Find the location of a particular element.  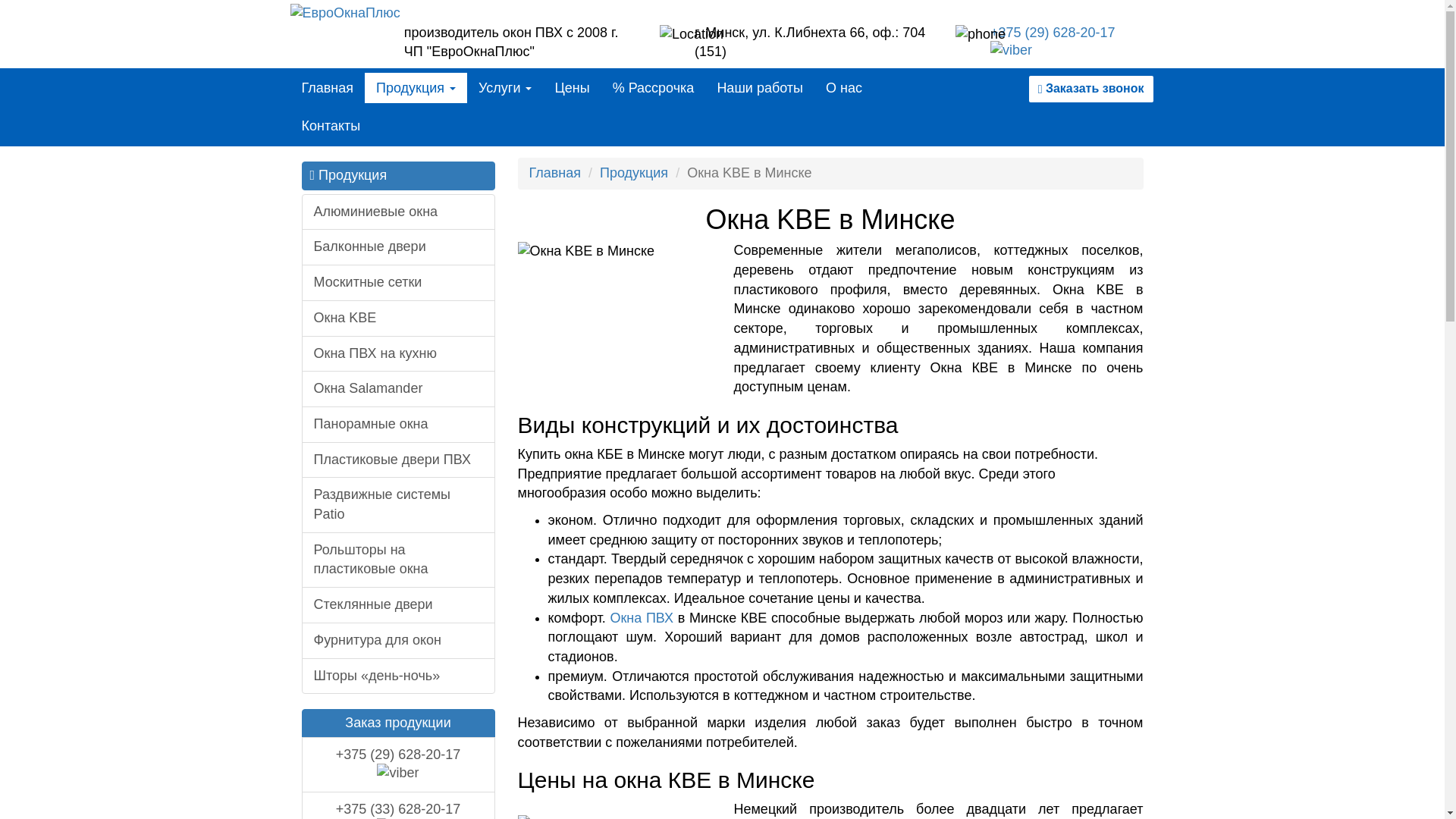

'+375 (29) 628-20-17' is located at coordinates (398, 764).